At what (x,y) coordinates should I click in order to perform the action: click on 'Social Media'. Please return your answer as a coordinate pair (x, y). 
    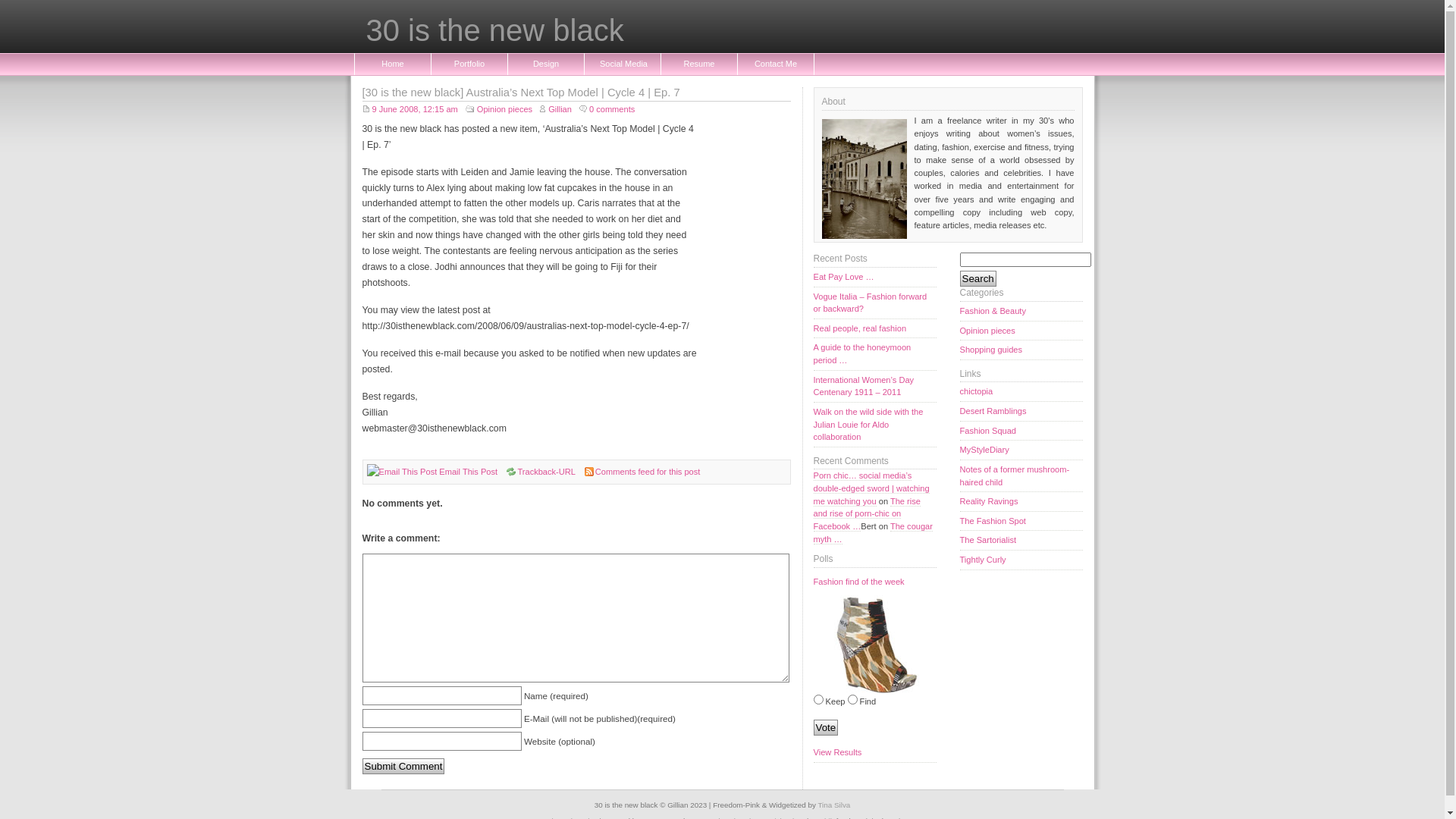
    Looking at the image, I should click on (622, 63).